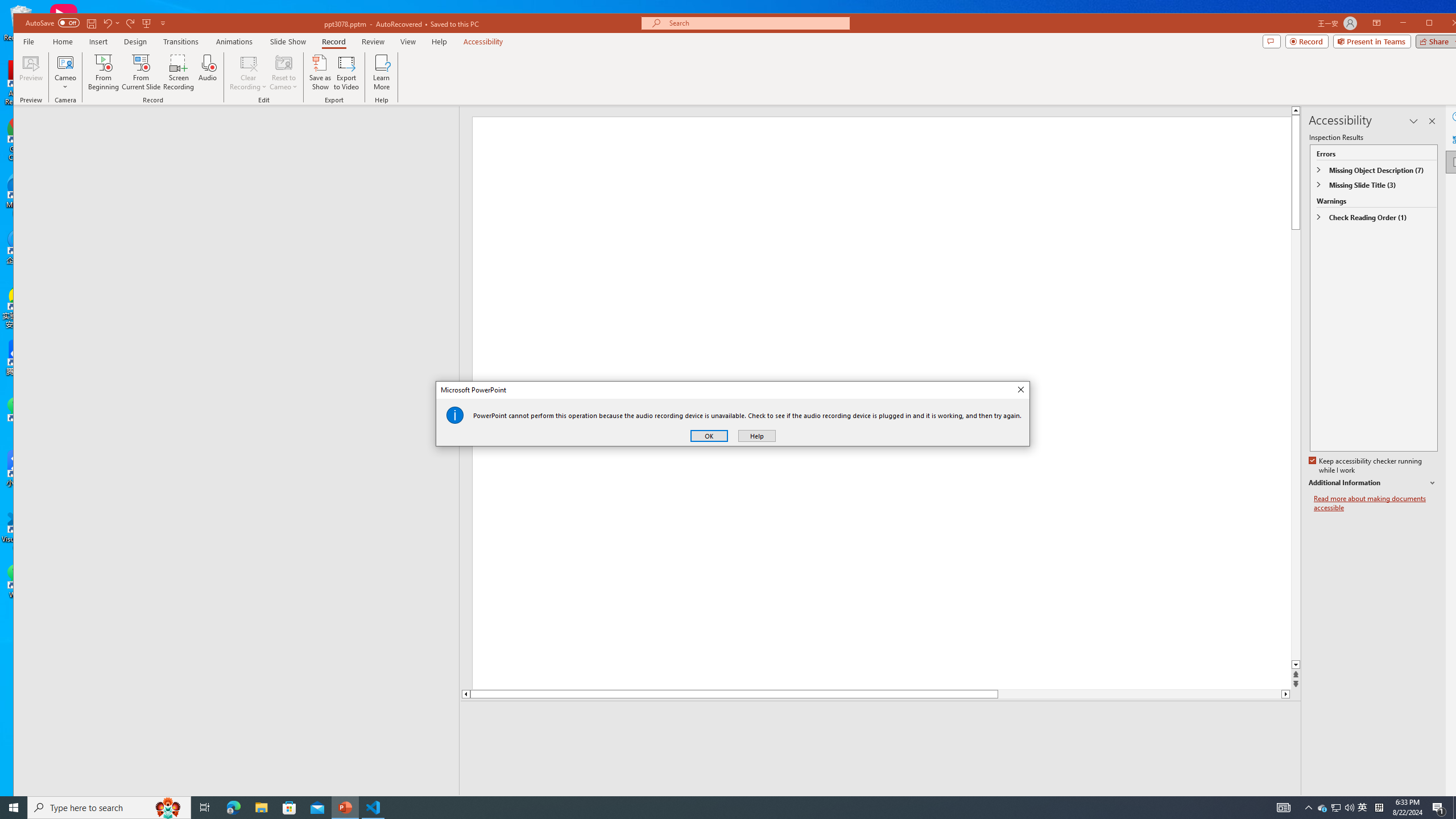  I want to click on 'Notification Chevron', so click(1308, 806).